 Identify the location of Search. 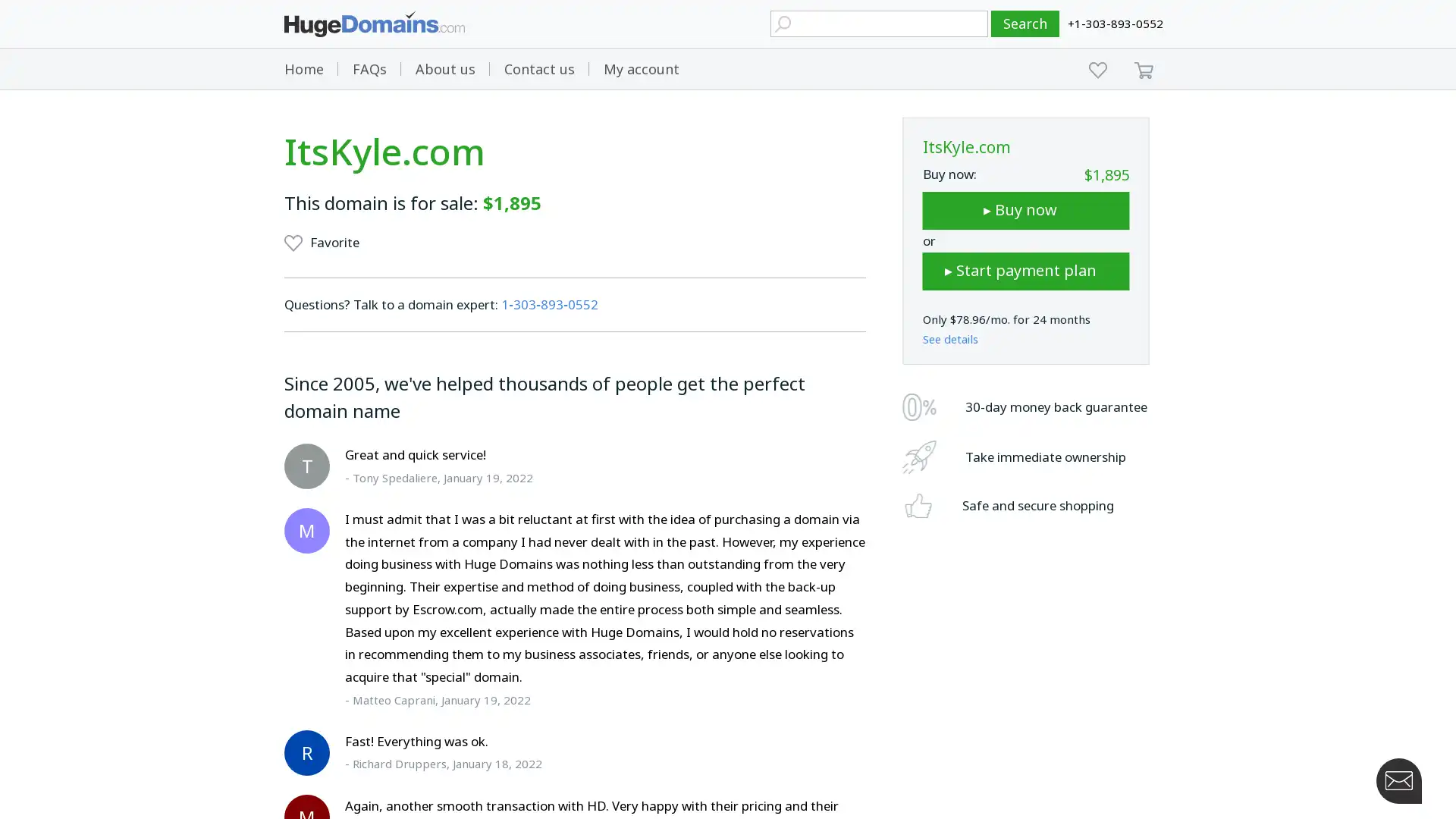
(1025, 24).